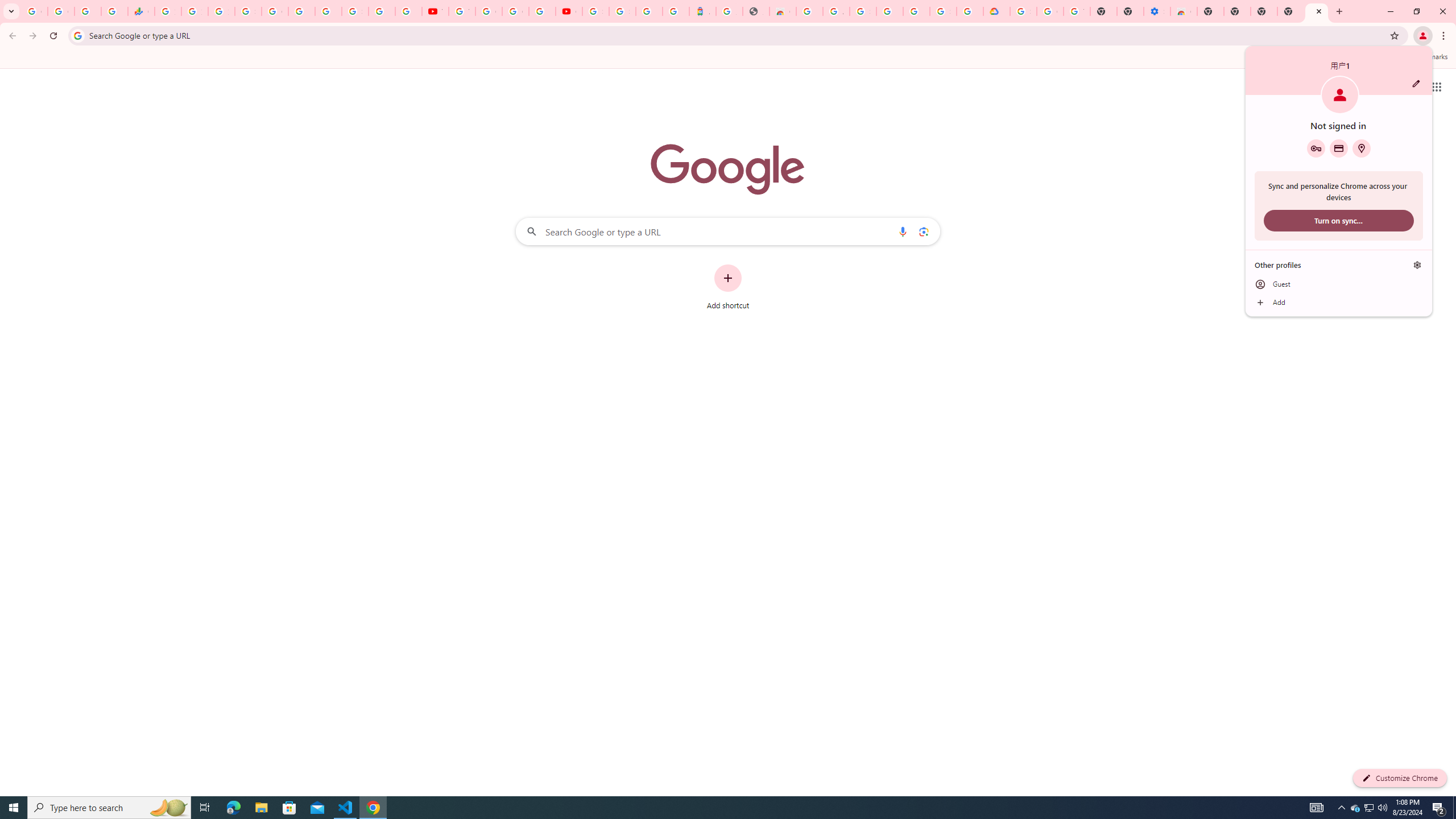 The image size is (1456, 819). Describe the element at coordinates (1076, 11) in the screenshot. I see `'Turn cookies on or off - Computer - Google Account Help'` at that location.